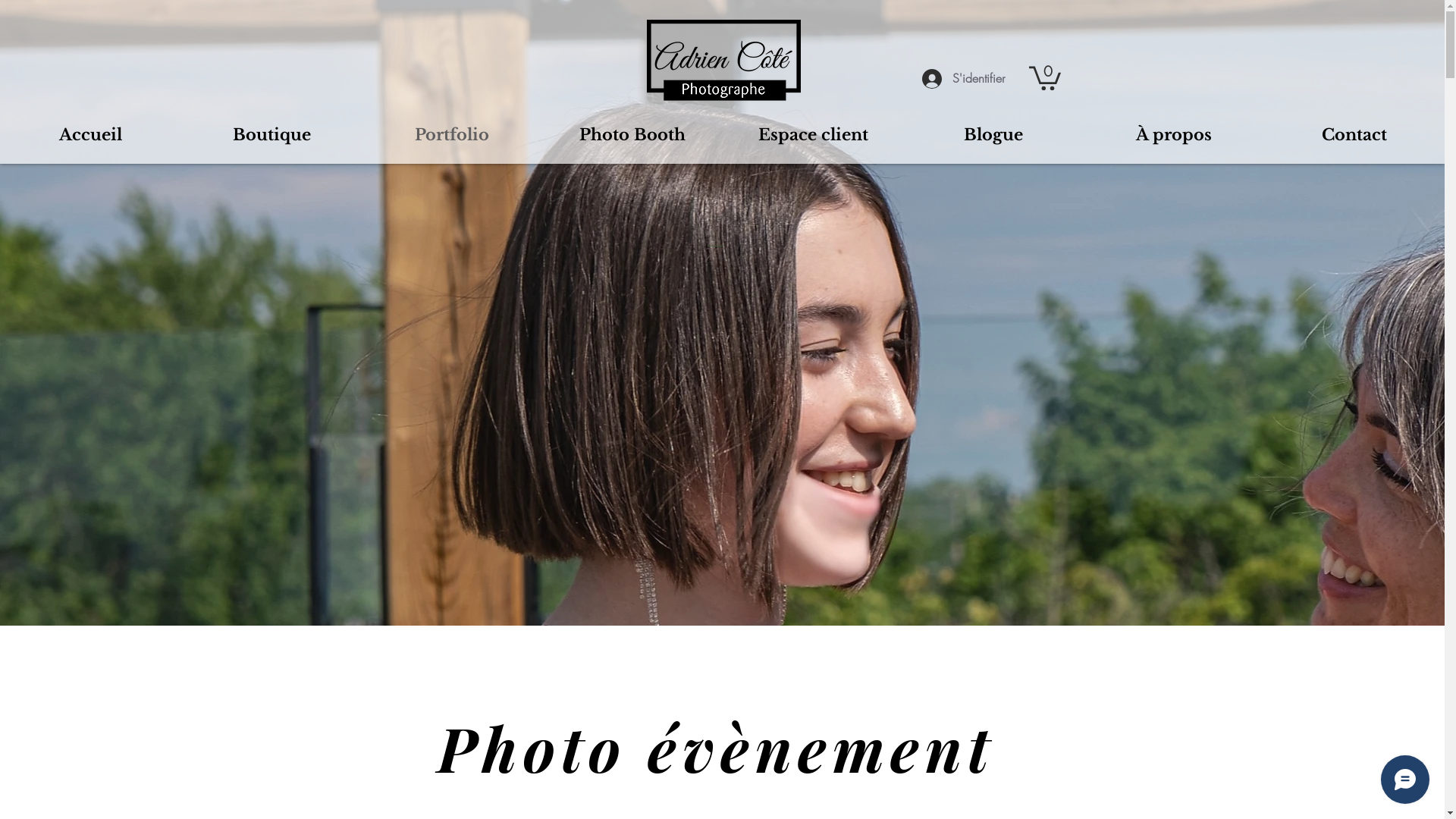 This screenshot has width=1456, height=819. What do you see at coordinates (450, 134) in the screenshot?
I see `'Portfolio'` at bounding box center [450, 134].